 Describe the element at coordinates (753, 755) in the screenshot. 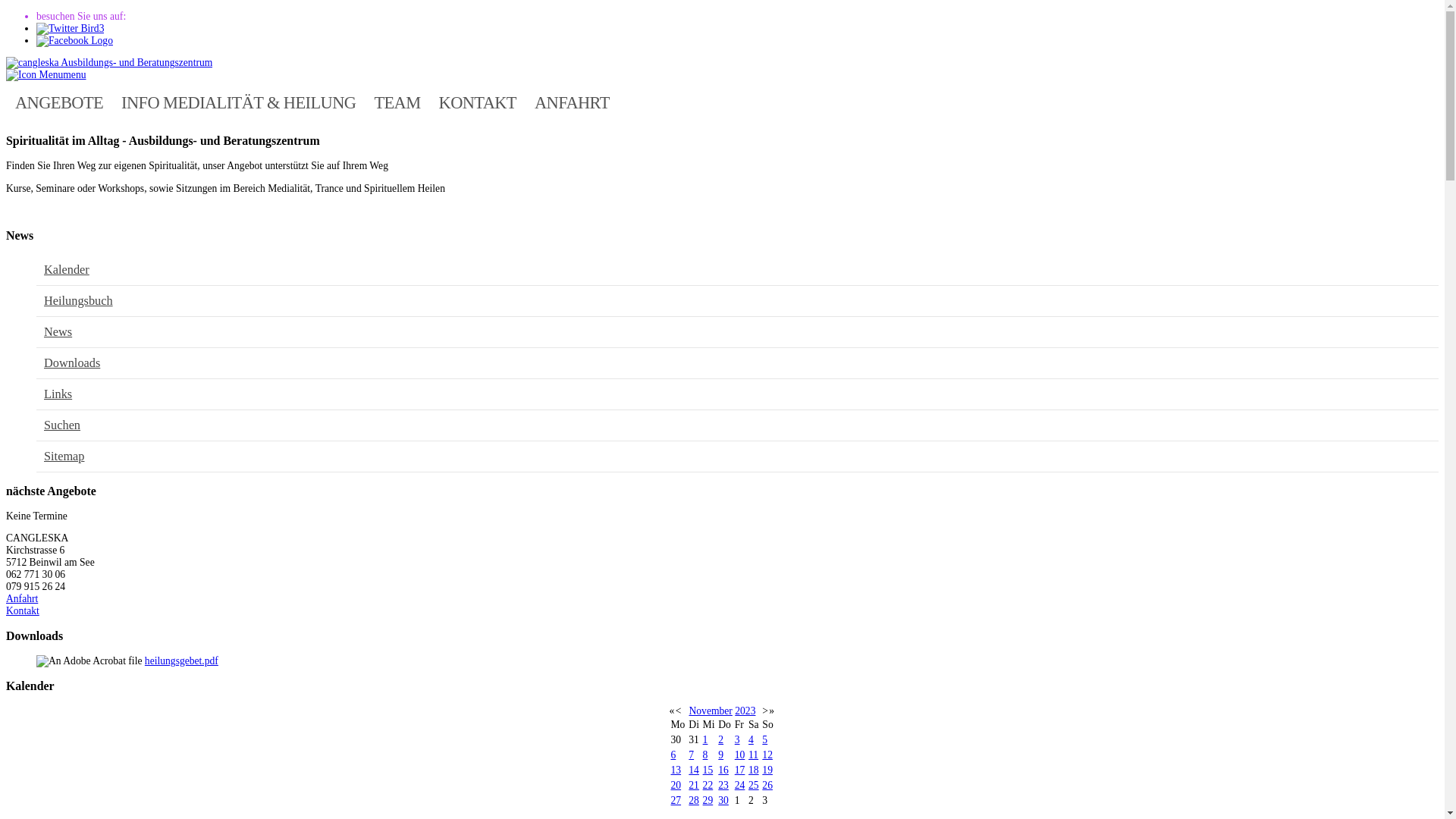

I see `'11'` at that location.